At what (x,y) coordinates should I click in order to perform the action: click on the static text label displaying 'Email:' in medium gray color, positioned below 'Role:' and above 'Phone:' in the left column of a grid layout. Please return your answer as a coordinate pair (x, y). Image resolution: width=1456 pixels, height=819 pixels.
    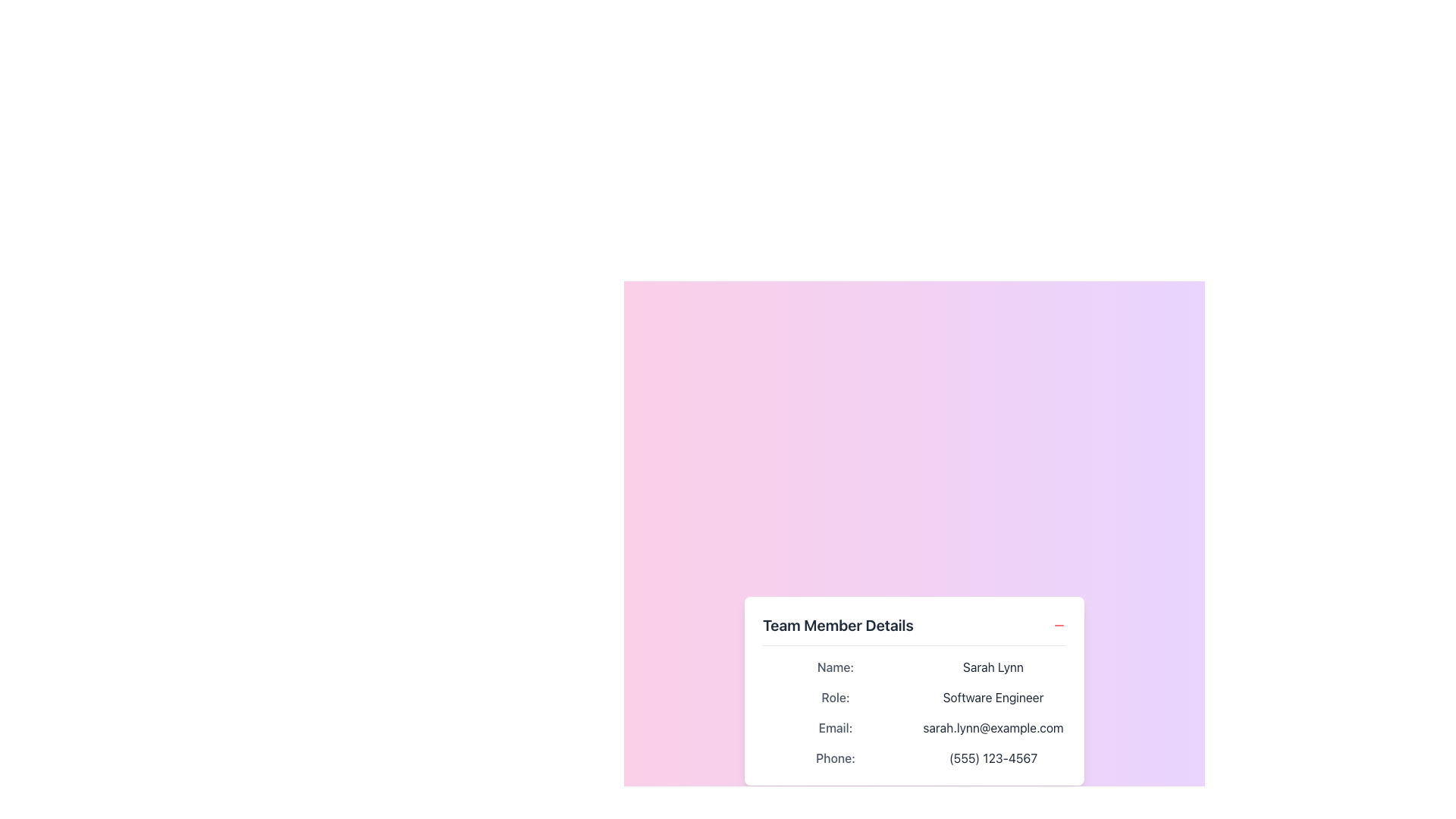
    Looking at the image, I should click on (835, 726).